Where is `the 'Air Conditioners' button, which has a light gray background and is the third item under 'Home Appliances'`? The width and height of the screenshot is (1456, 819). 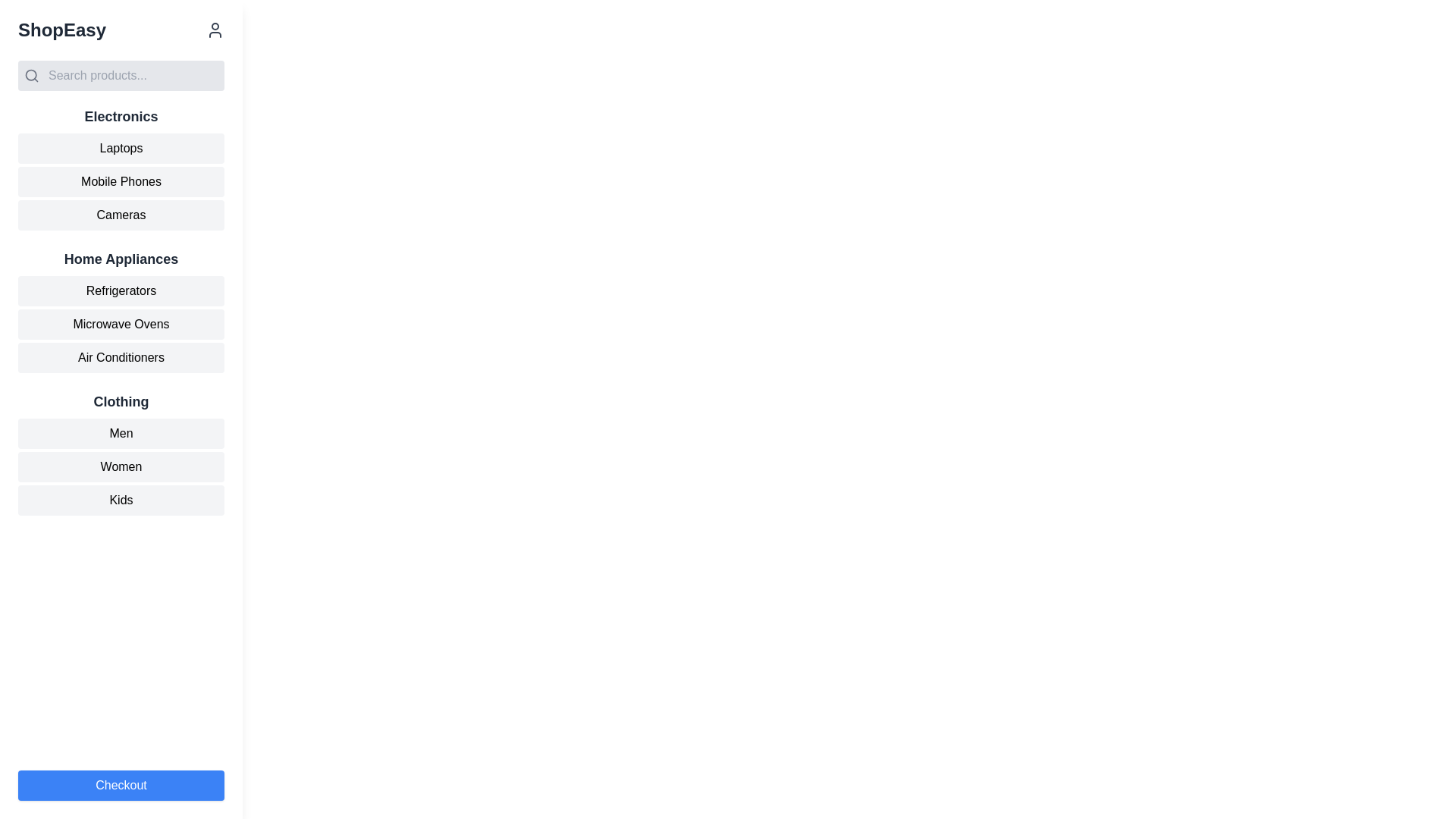
the 'Air Conditioners' button, which has a light gray background and is the third item under 'Home Appliances' is located at coordinates (120, 357).